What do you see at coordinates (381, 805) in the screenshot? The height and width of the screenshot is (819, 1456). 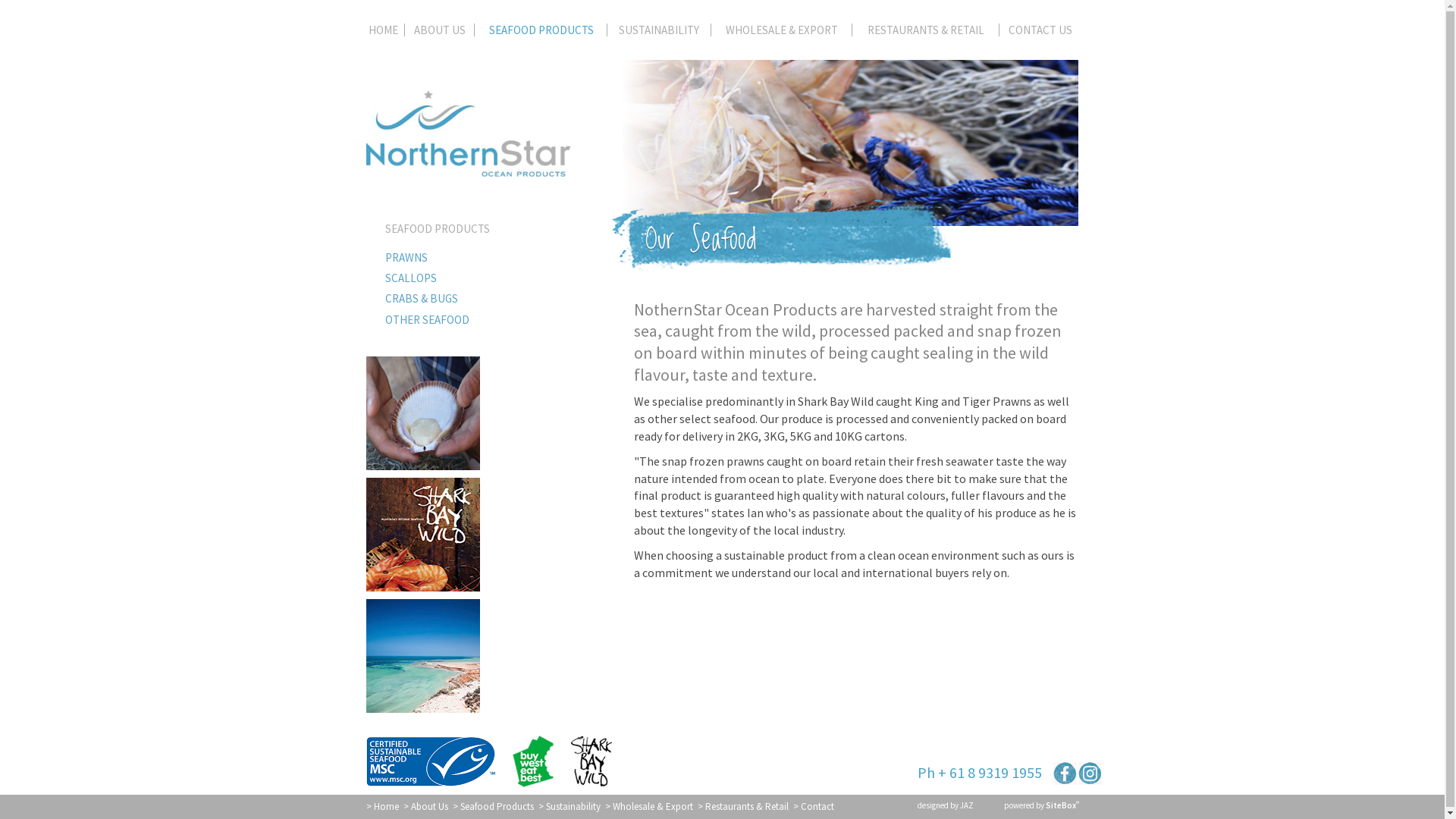 I see `'> Home'` at bounding box center [381, 805].